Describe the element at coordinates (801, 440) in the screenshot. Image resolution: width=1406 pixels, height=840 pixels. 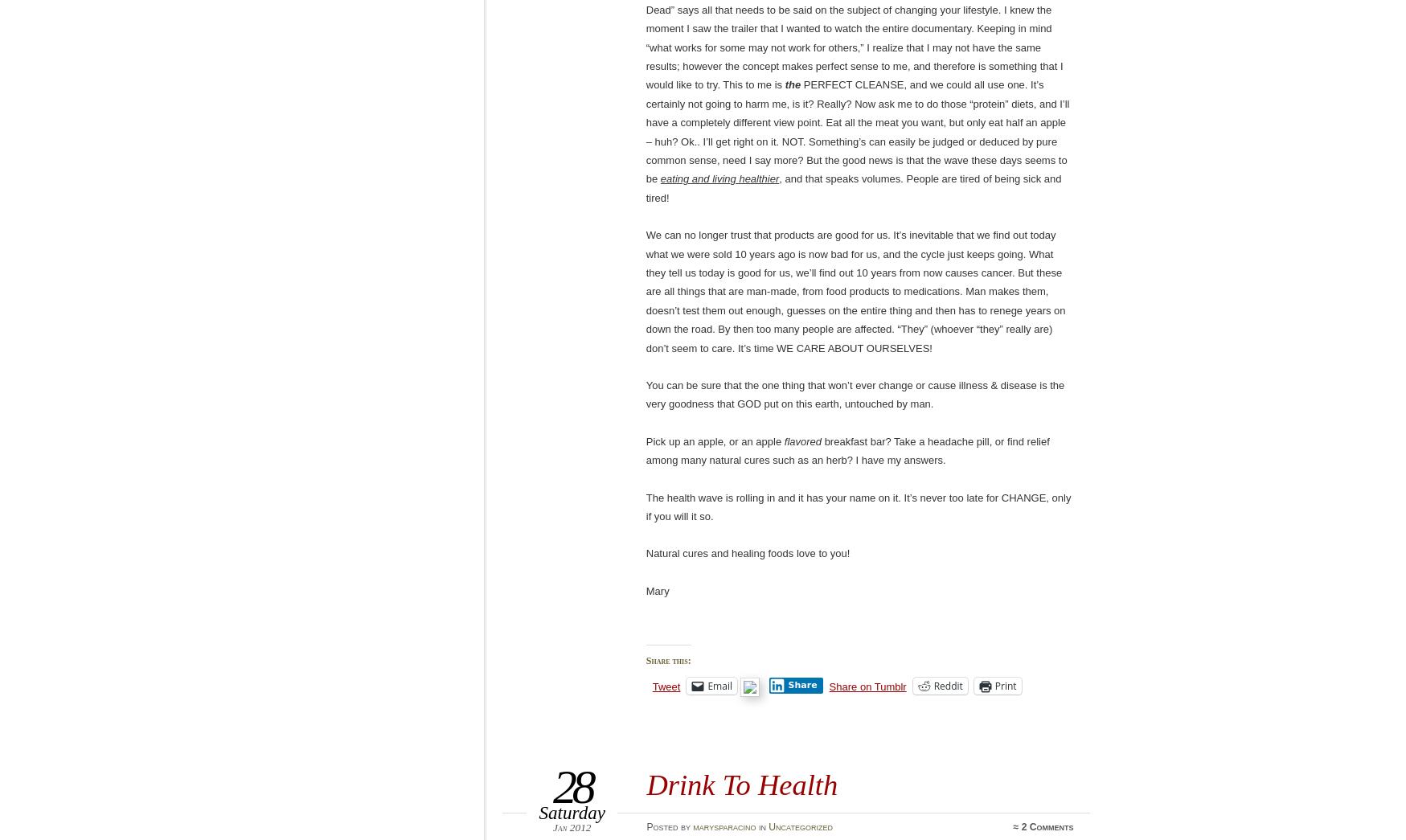
I see `'flavored'` at that location.